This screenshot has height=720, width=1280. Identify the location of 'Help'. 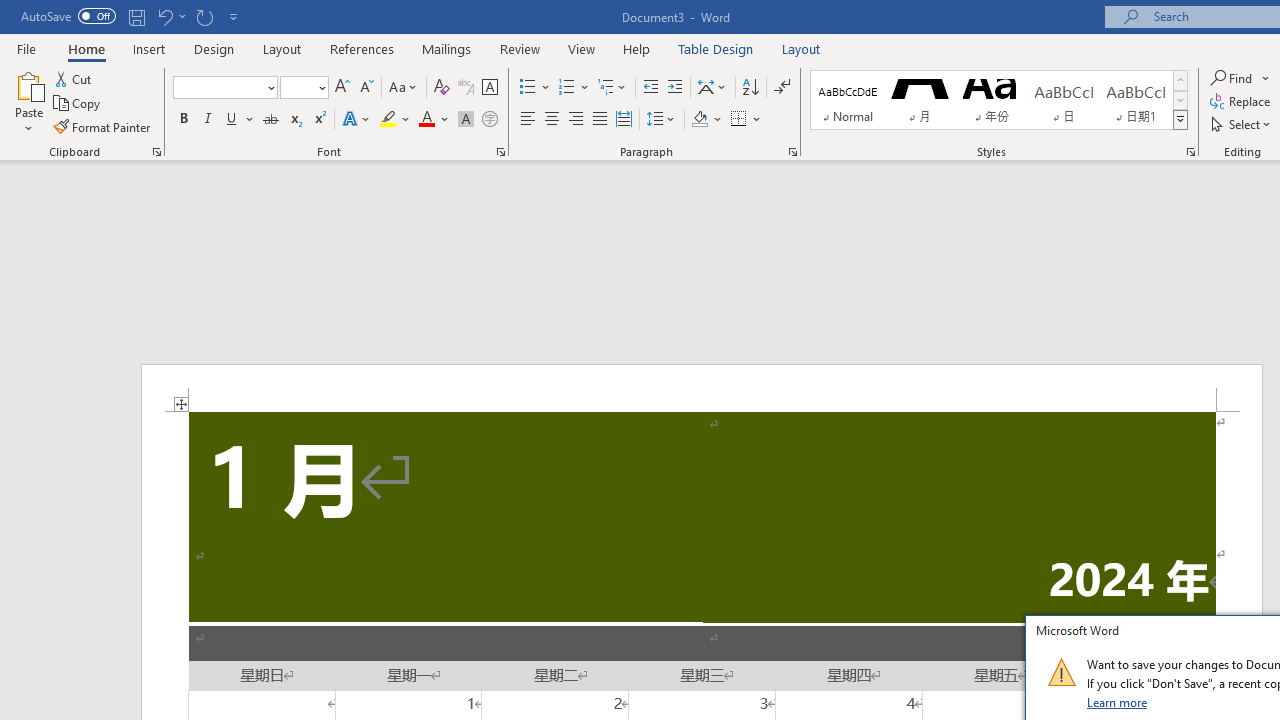
(636, 48).